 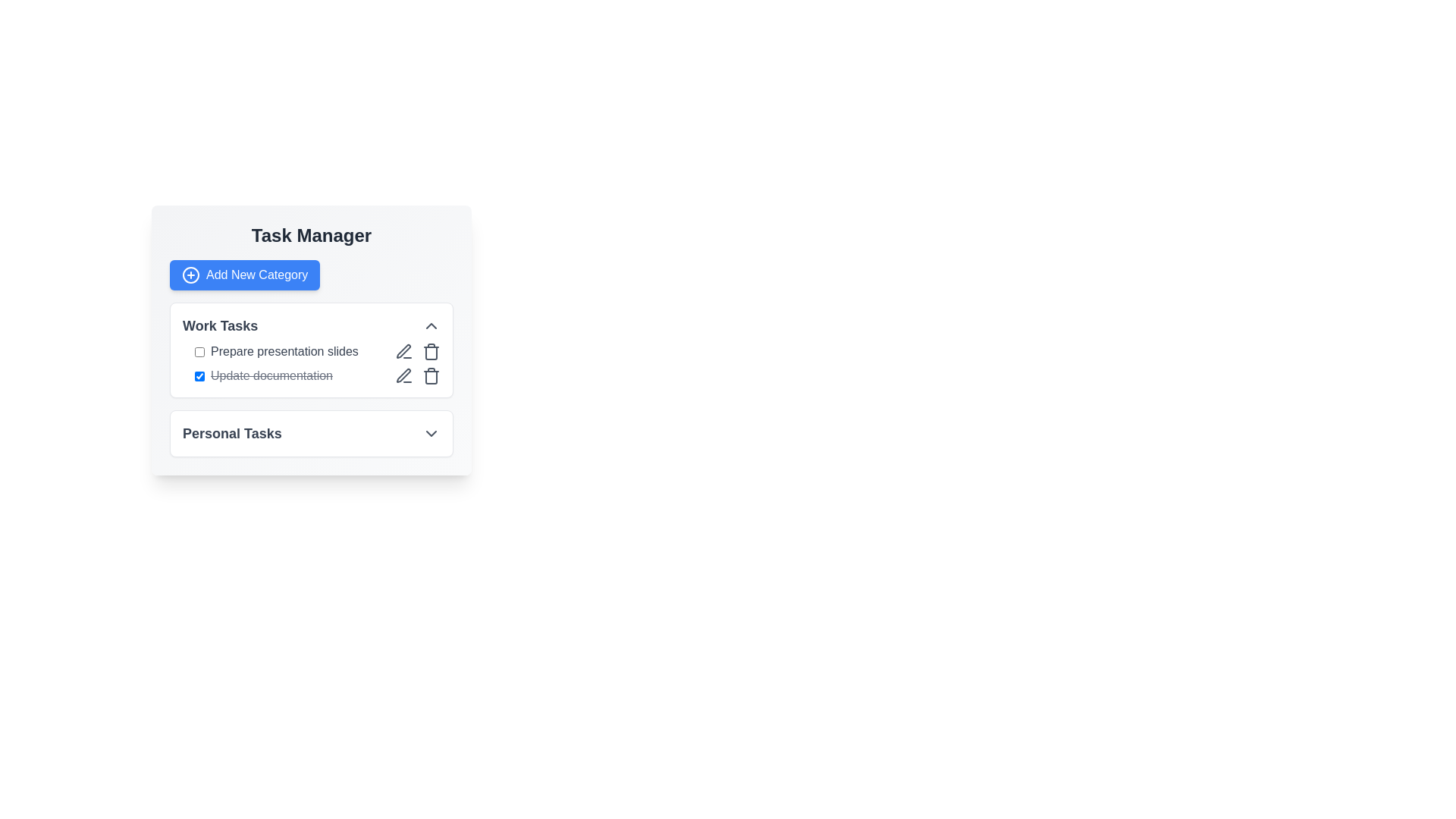 What do you see at coordinates (311, 379) in the screenshot?
I see `the 'Work Tasks' section, which is styled with a white background, rounded corners, and contains task items like 'Prepare presentation slides' and 'Update documentation'` at bounding box center [311, 379].